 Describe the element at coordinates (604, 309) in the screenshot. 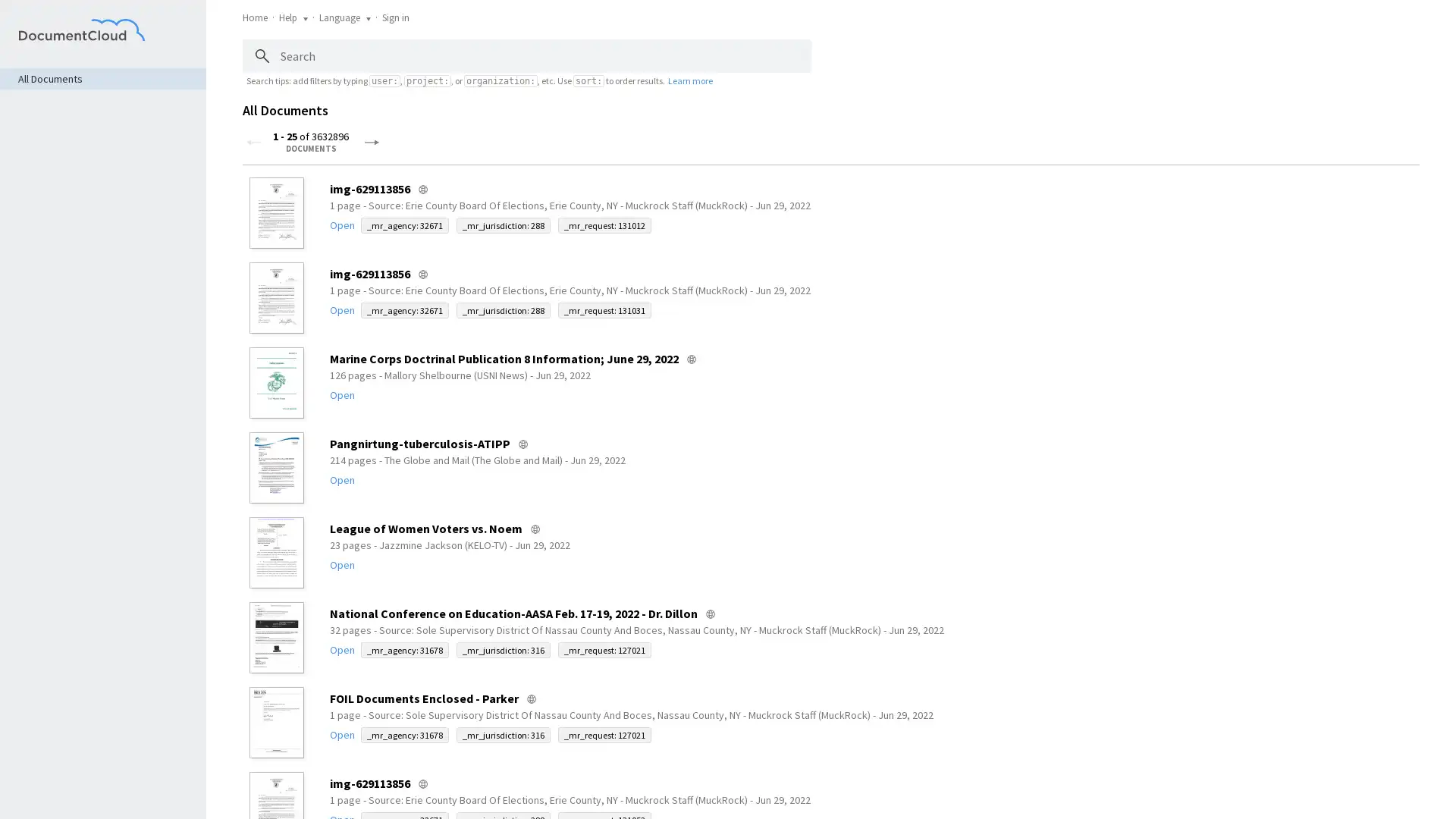

I see `_mr_request: 131031` at that location.